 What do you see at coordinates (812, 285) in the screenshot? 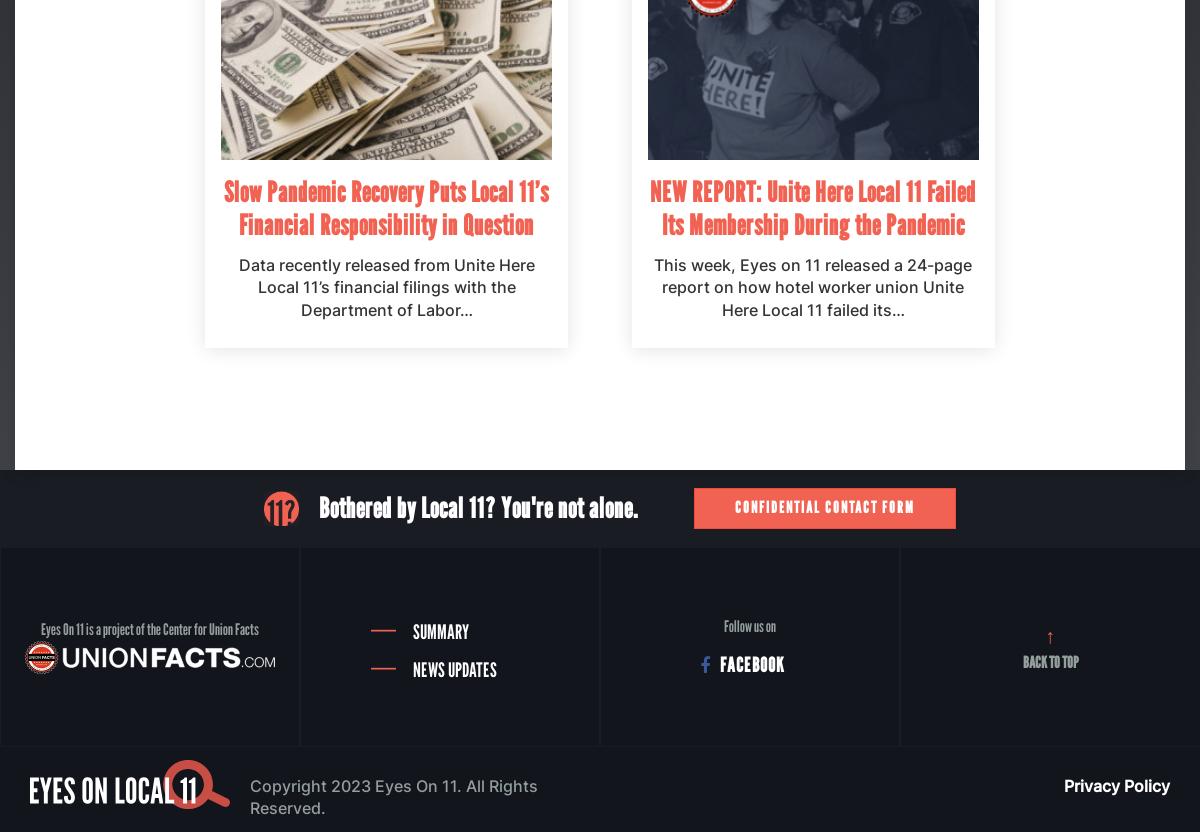
I see `'This week, Eyes on 11 released a 24-page report on how hotel worker union Unite Here Local 11 failed its…'` at bounding box center [812, 285].